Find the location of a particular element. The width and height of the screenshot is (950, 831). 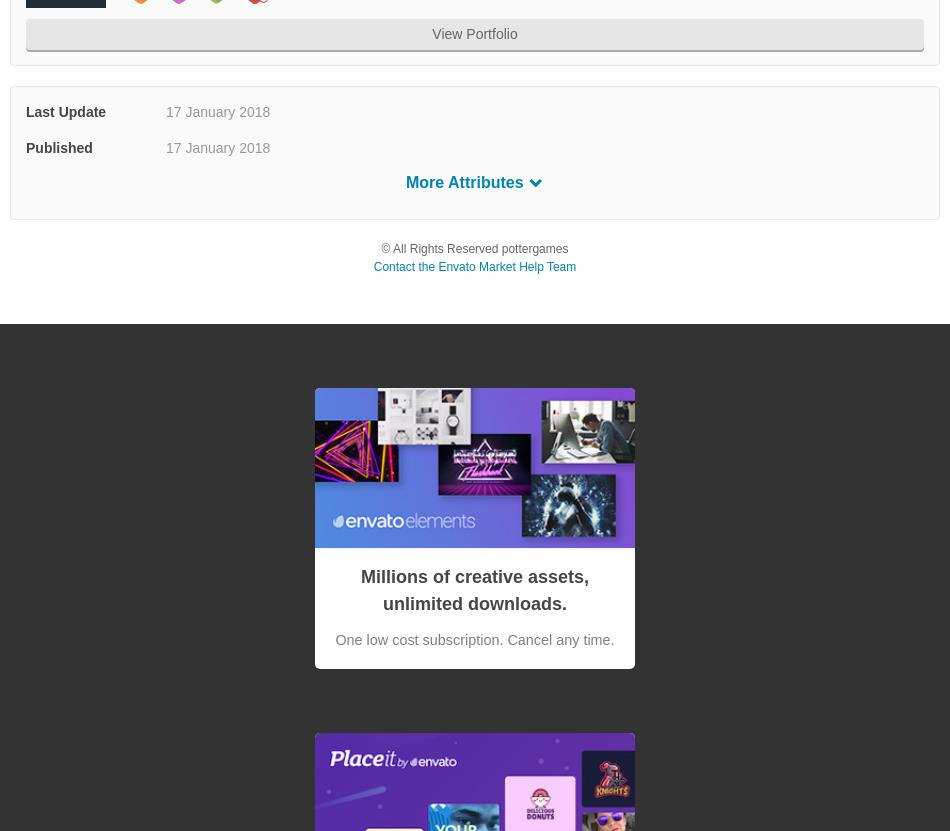

'Software Version' is located at coordinates (82, 219).